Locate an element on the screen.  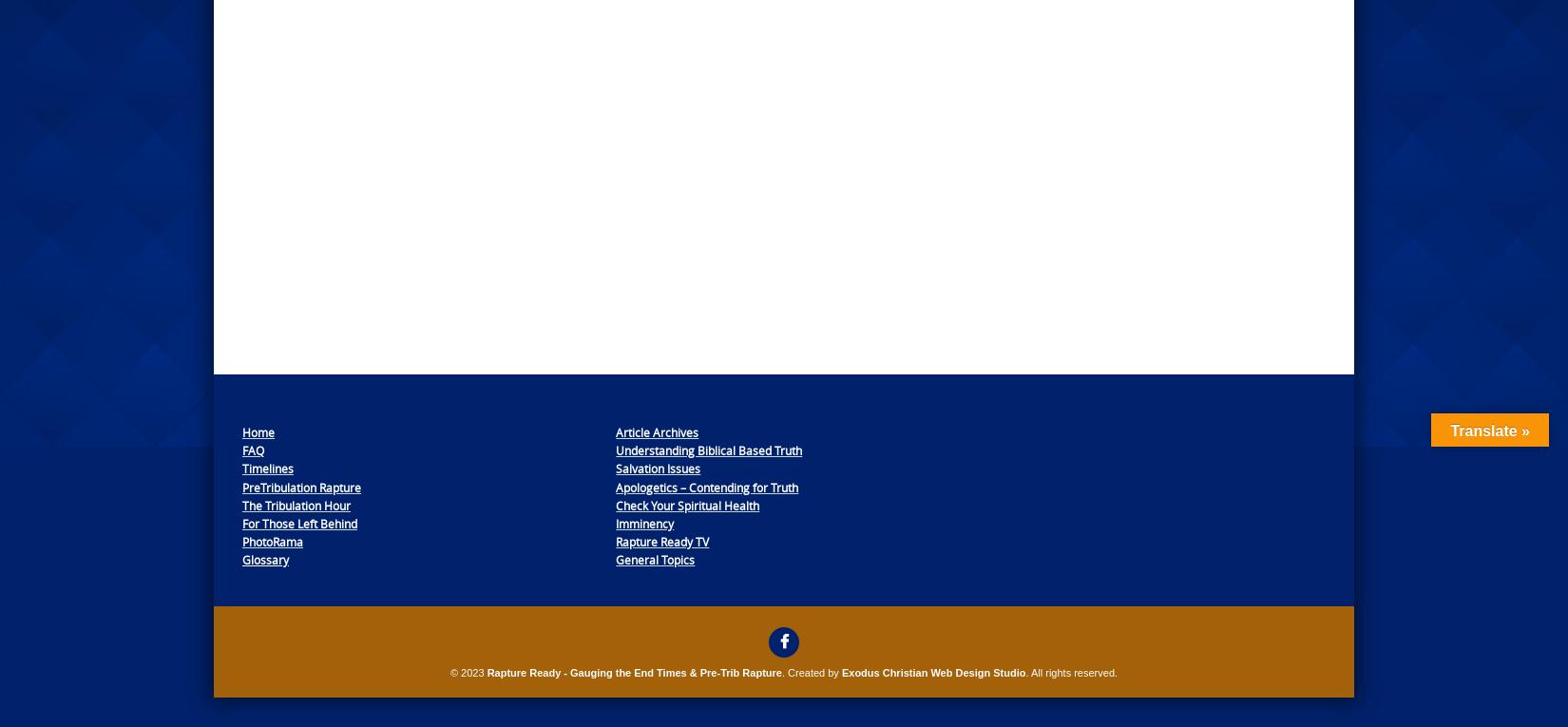
'Rapture Ready TV' is located at coordinates (614, 542).